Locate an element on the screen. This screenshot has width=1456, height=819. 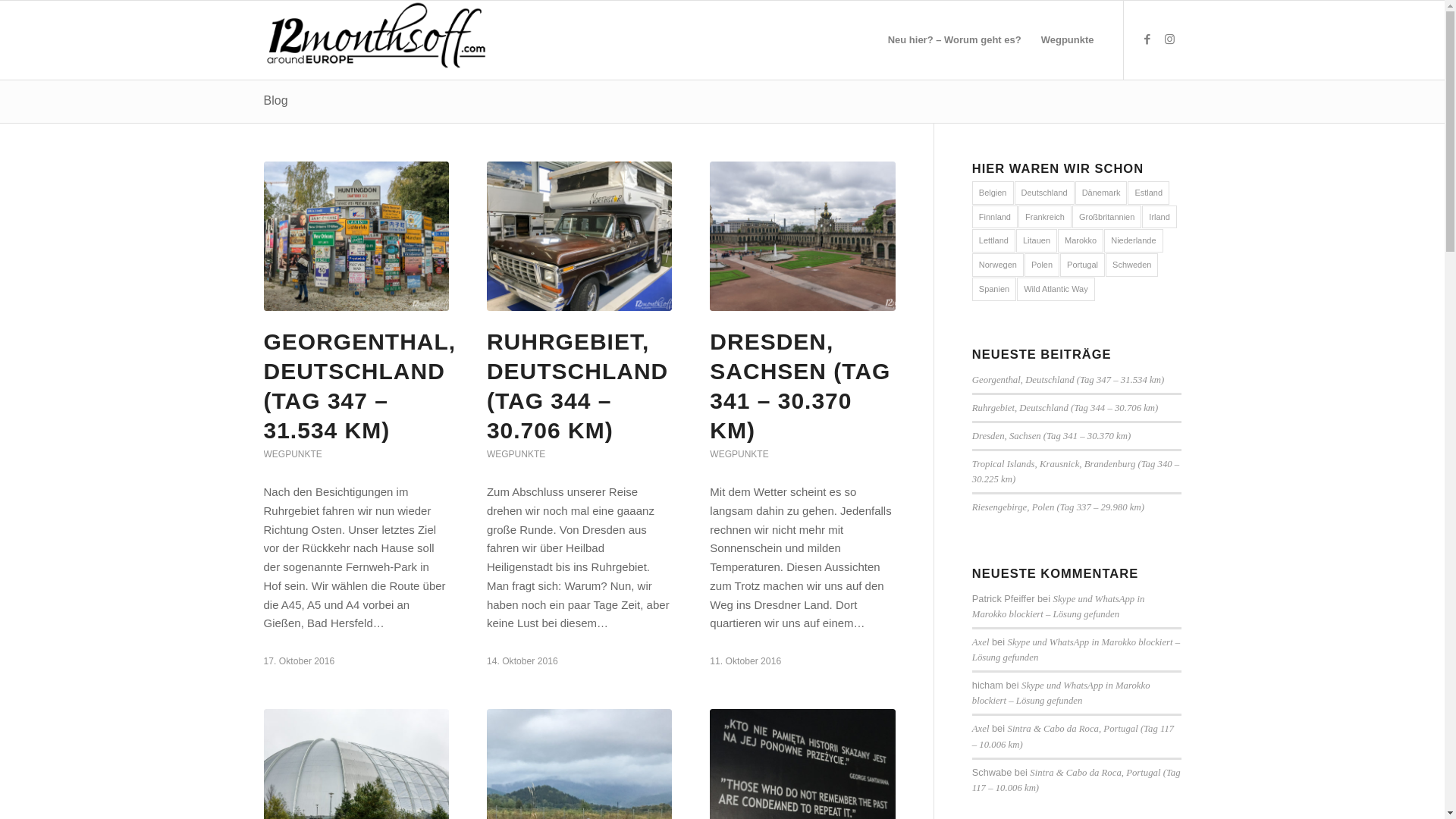
'Litauen' is located at coordinates (1036, 240).